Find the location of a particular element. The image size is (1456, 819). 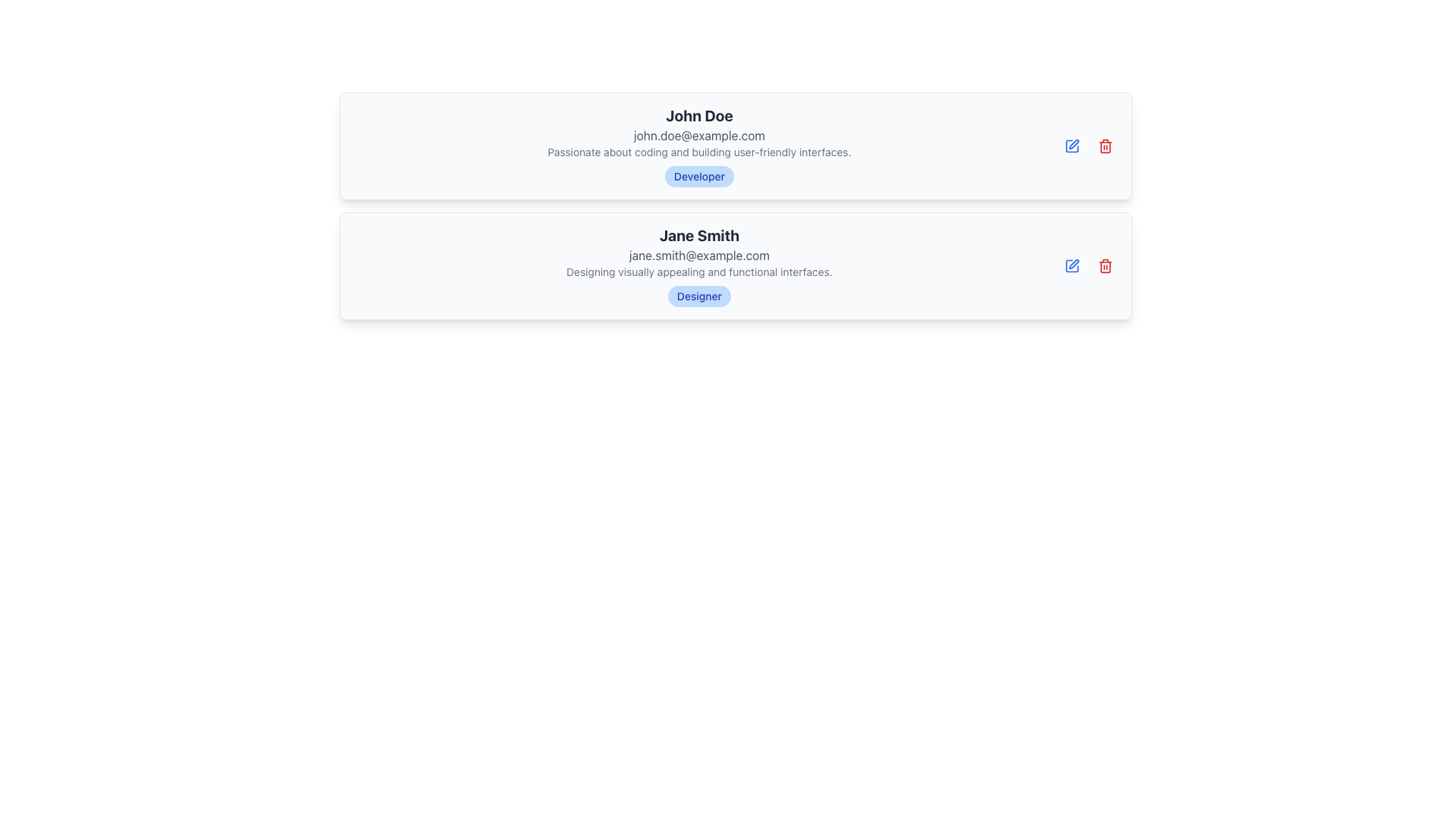

the red trash can button, which is a circular icon representing a delete action is located at coordinates (1106, 146).